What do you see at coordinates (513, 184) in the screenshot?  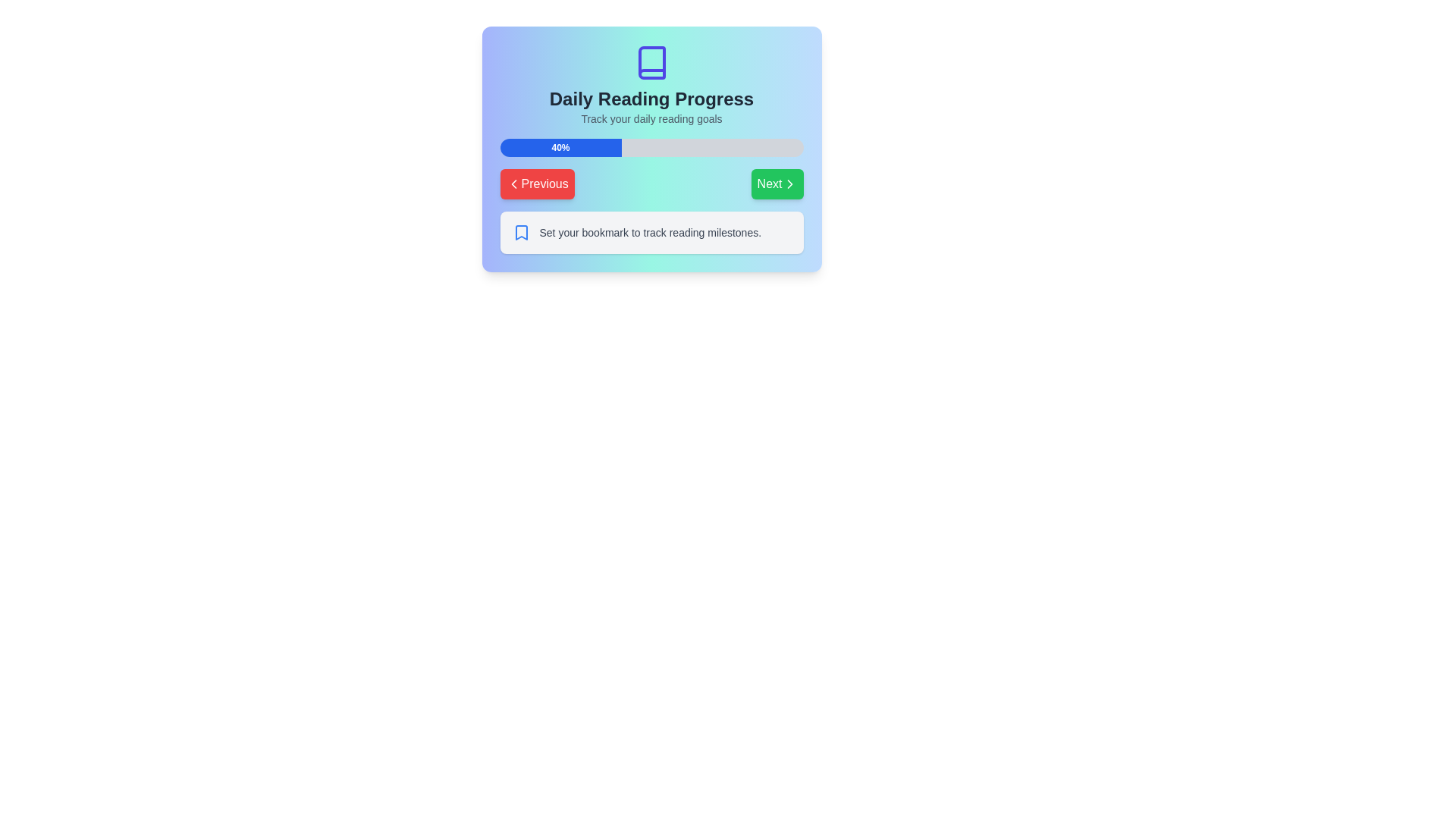 I see `the 'Previous' navigational icon located within the red button` at bounding box center [513, 184].